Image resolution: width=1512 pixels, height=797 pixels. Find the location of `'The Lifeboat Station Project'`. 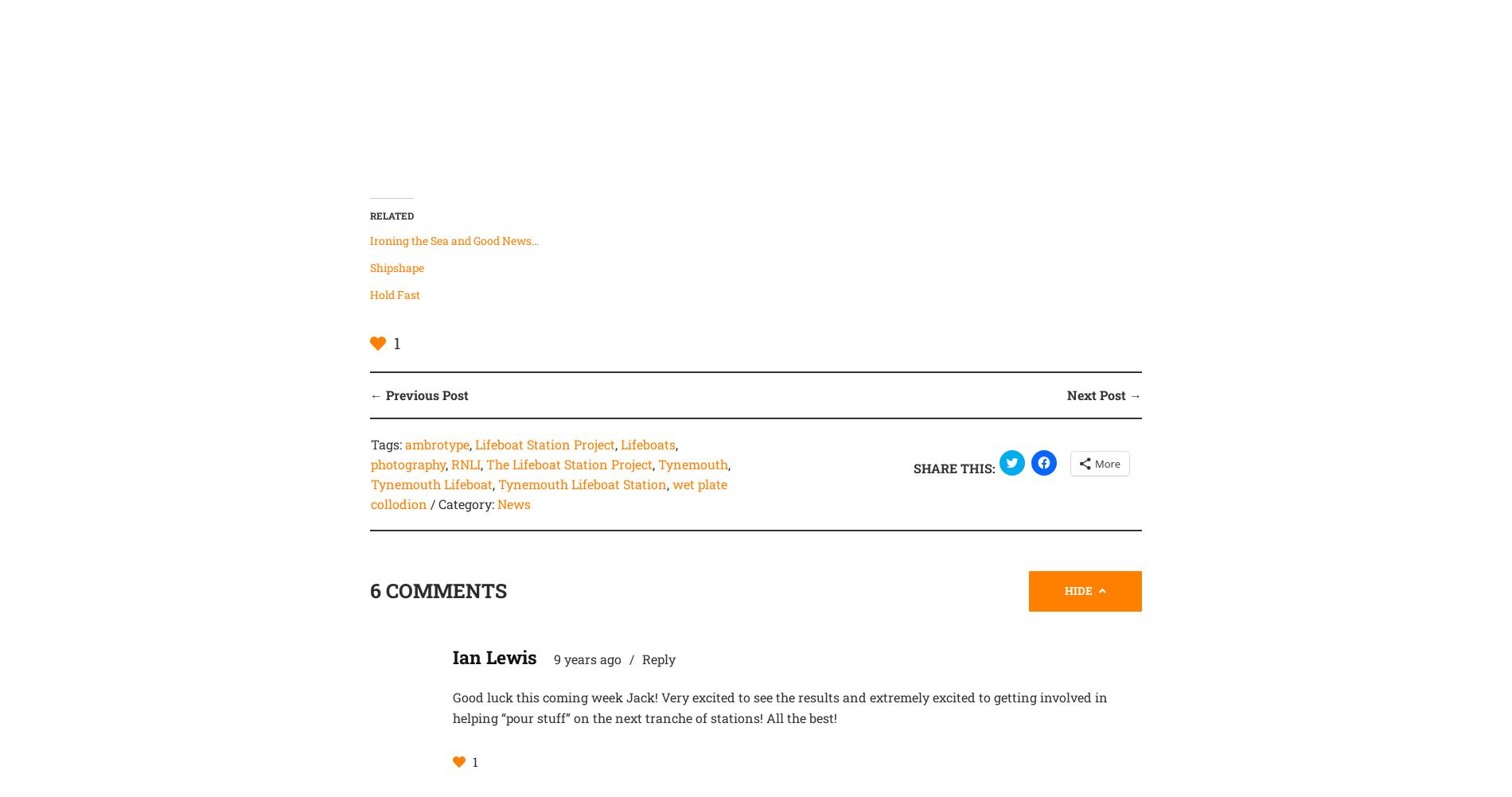

'The Lifeboat Station Project' is located at coordinates (567, 463).